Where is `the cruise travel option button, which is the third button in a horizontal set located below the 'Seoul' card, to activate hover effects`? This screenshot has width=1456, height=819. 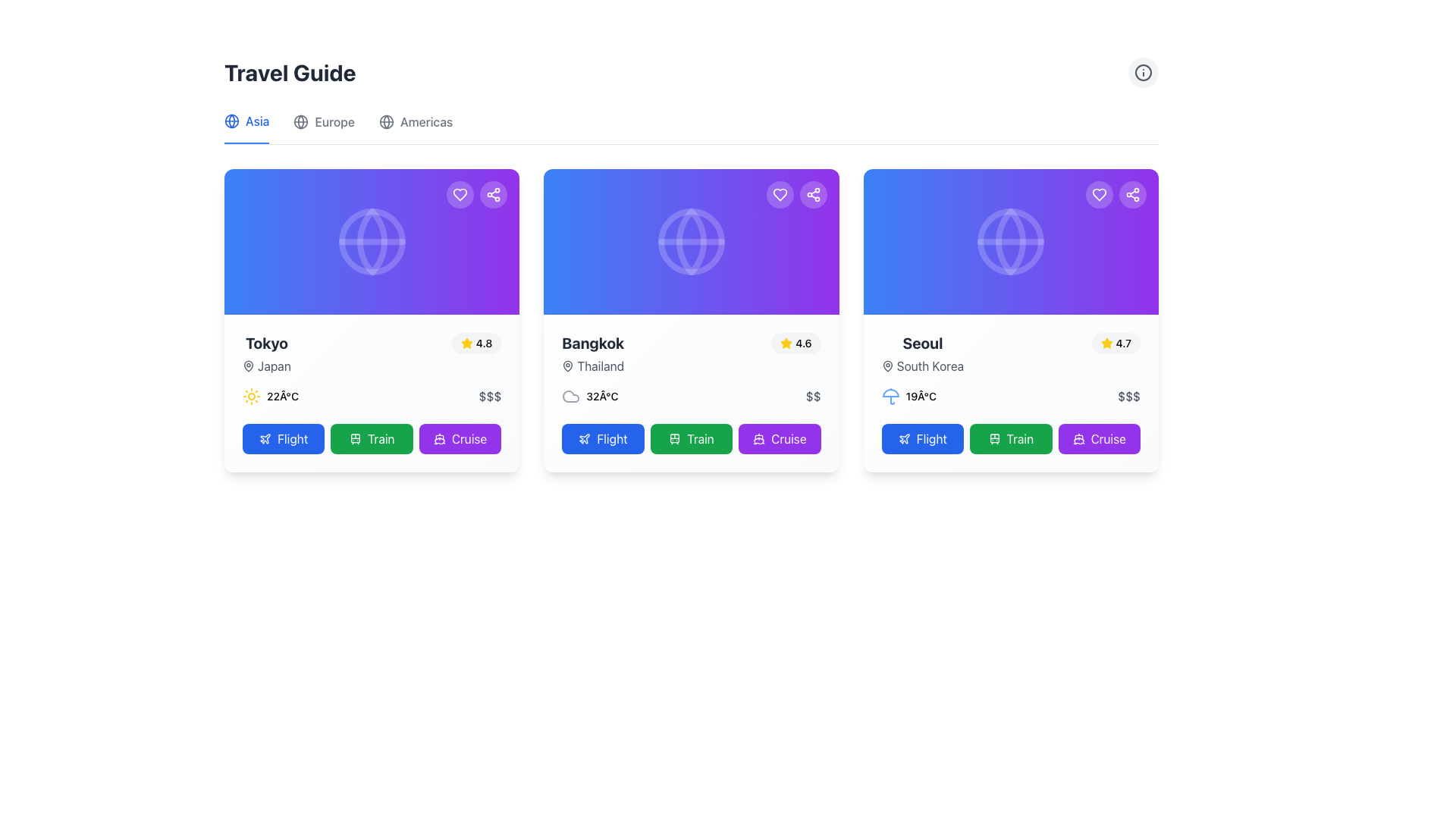 the cruise travel option button, which is the third button in a horizontal set located below the 'Seoul' card, to activate hover effects is located at coordinates (1099, 438).